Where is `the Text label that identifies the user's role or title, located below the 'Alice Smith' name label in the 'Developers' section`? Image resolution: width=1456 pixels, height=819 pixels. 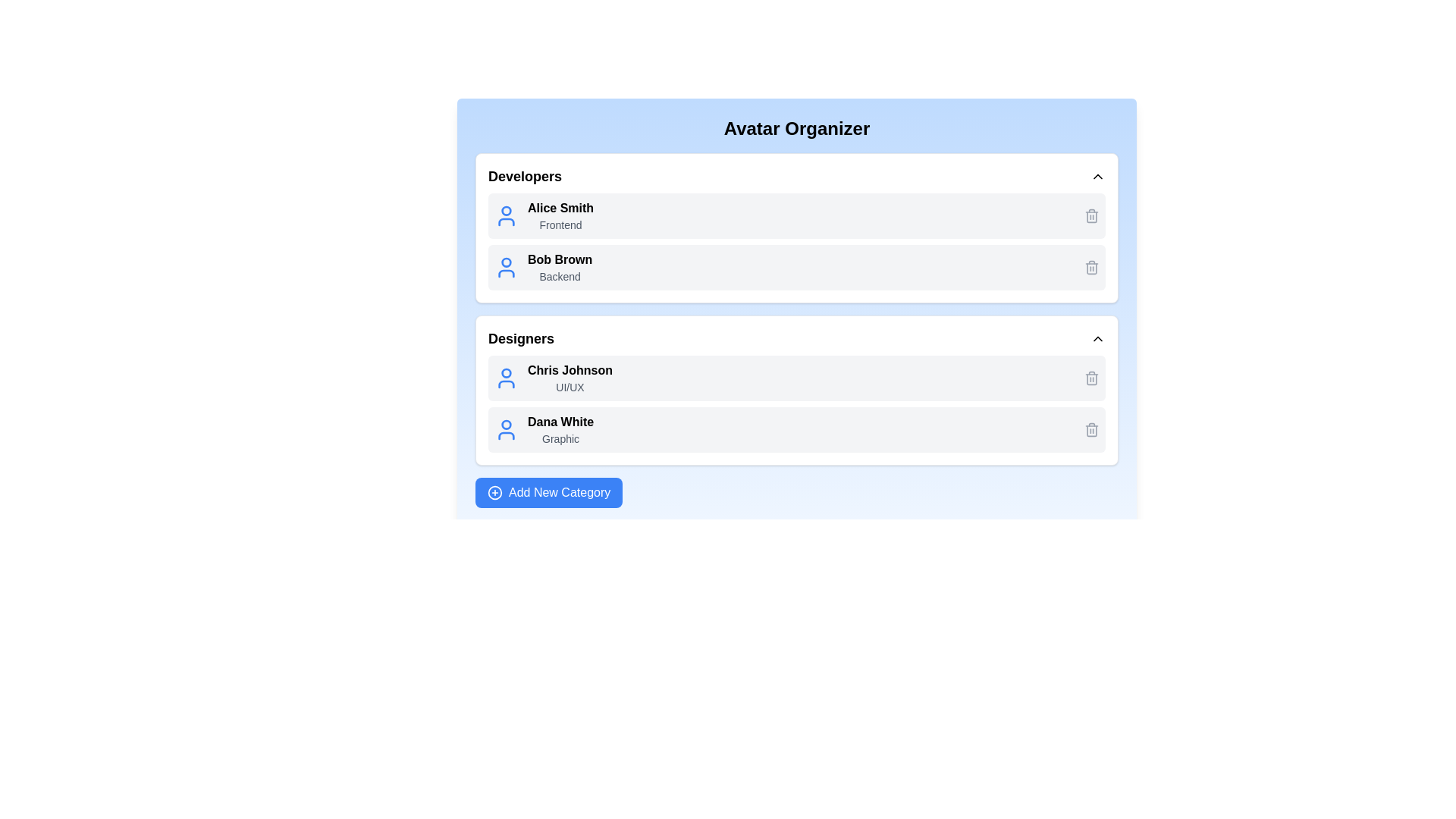 the Text label that identifies the user's role or title, located below the 'Alice Smith' name label in the 'Developers' section is located at coordinates (560, 225).